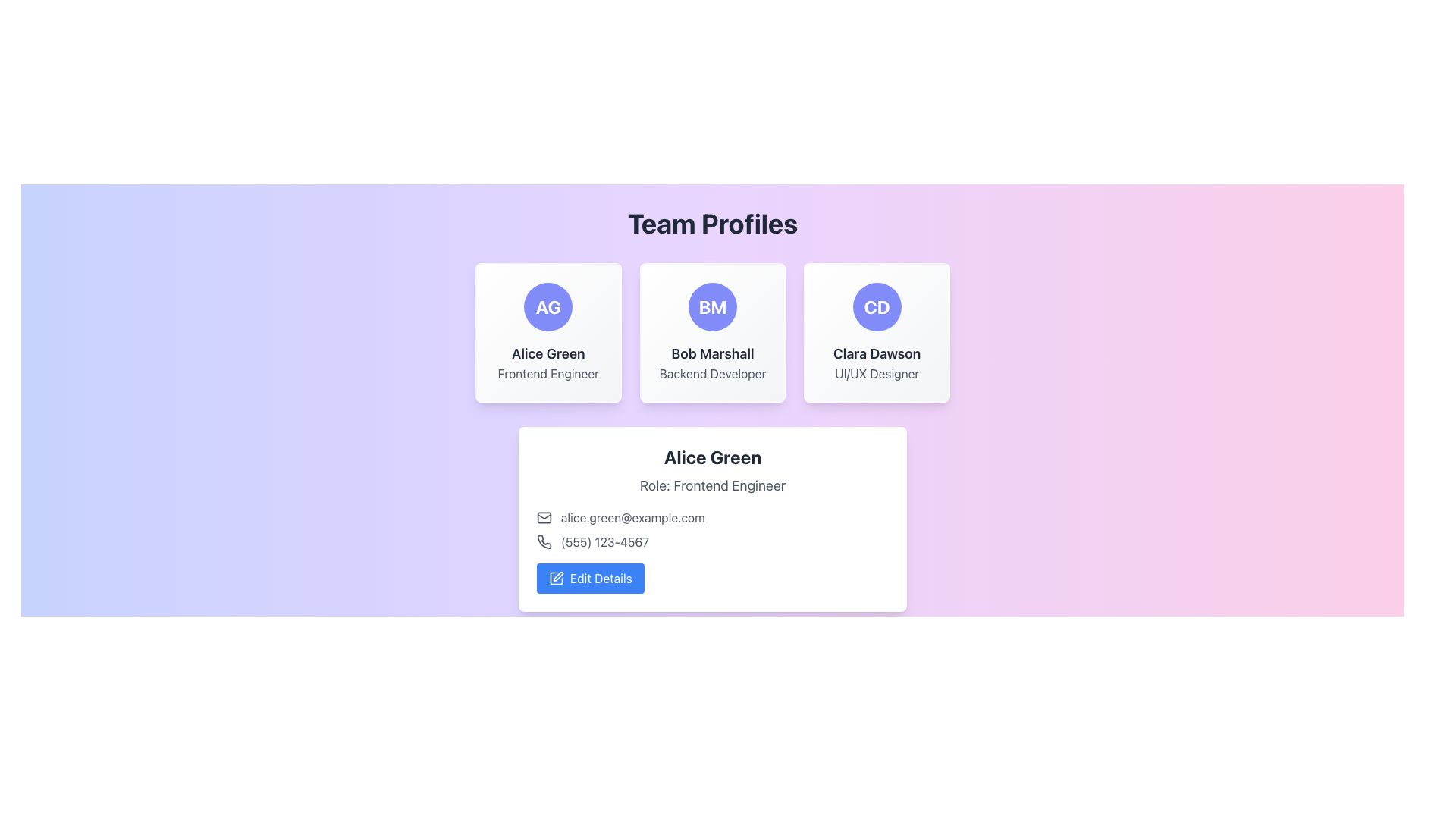 This screenshot has width=1456, height=819. What do you see at coordinates (877, 374) in the screenshot?
I see `job title or role text displayed in the profile card for Clara Dawson, which is positioned beneath the name and aligned with the circular avatar` at bounding box center [877, 374].